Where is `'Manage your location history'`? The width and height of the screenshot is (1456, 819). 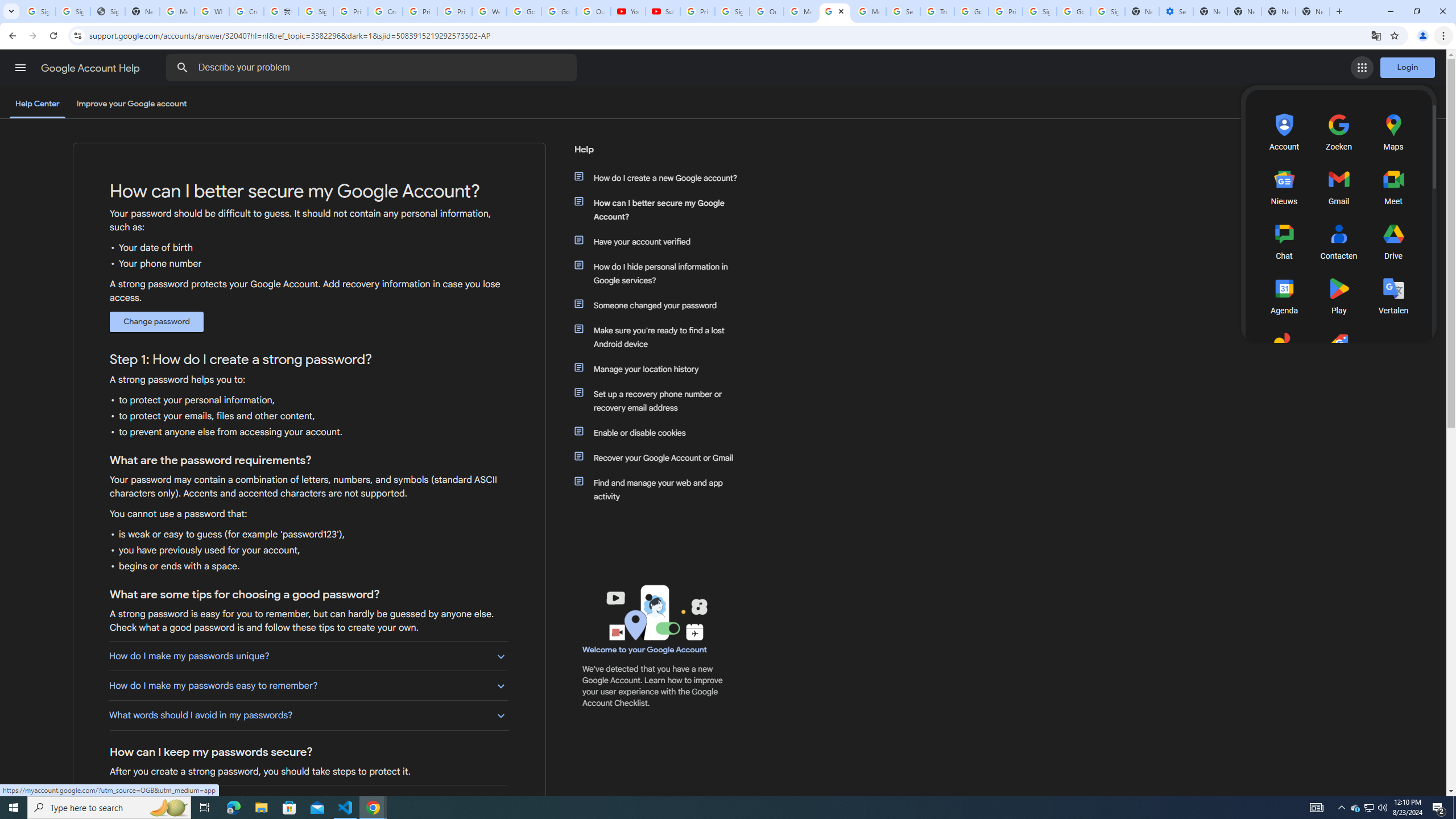 'Manage your location history' is located at coordinates (661, 368).